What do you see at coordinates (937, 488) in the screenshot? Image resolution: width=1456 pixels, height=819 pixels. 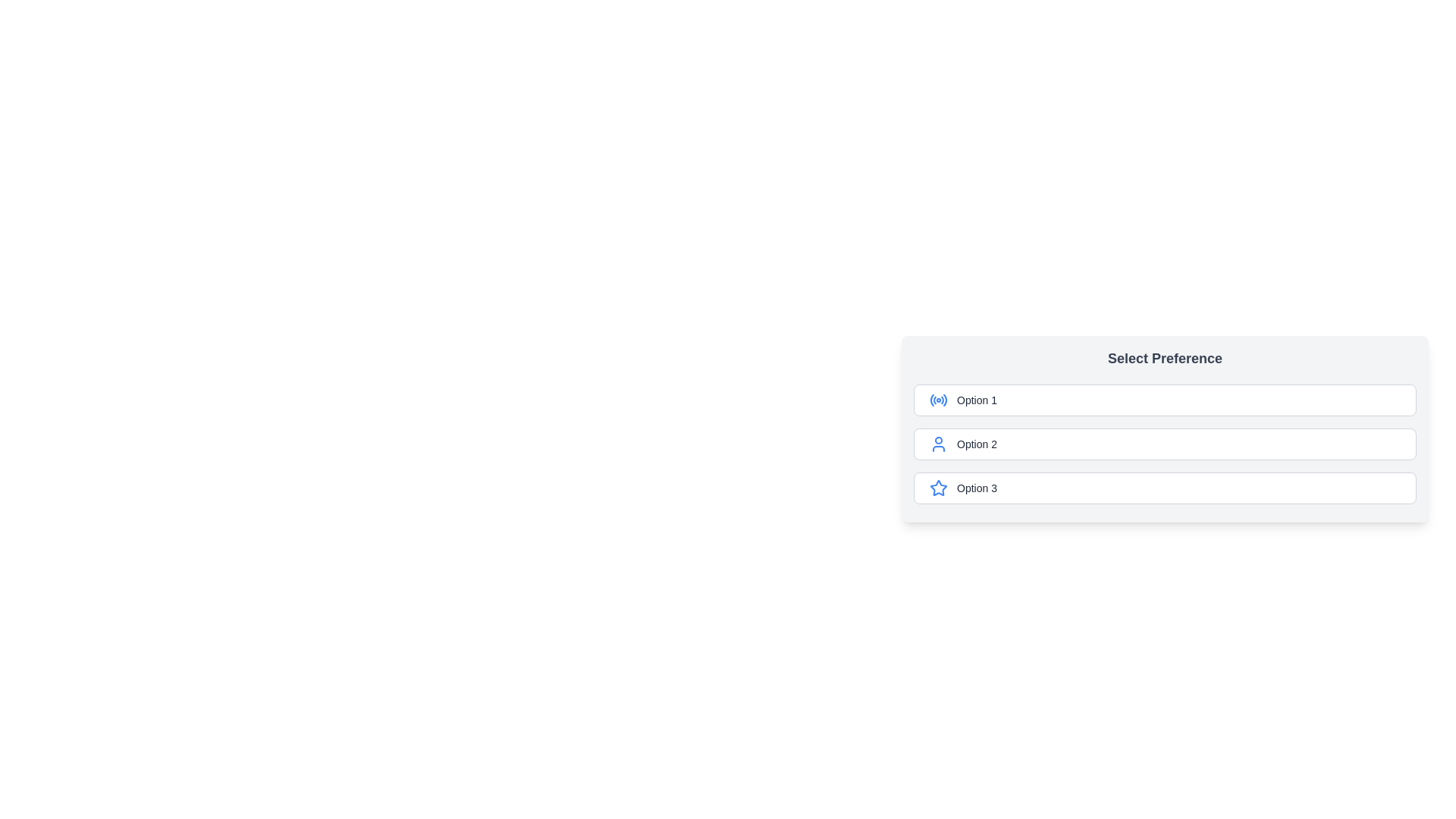 I see `the star icon located in the rightmost section of the interface, specifically inside the third option labeled 'Option 3'` at bounding box center [937, 488].